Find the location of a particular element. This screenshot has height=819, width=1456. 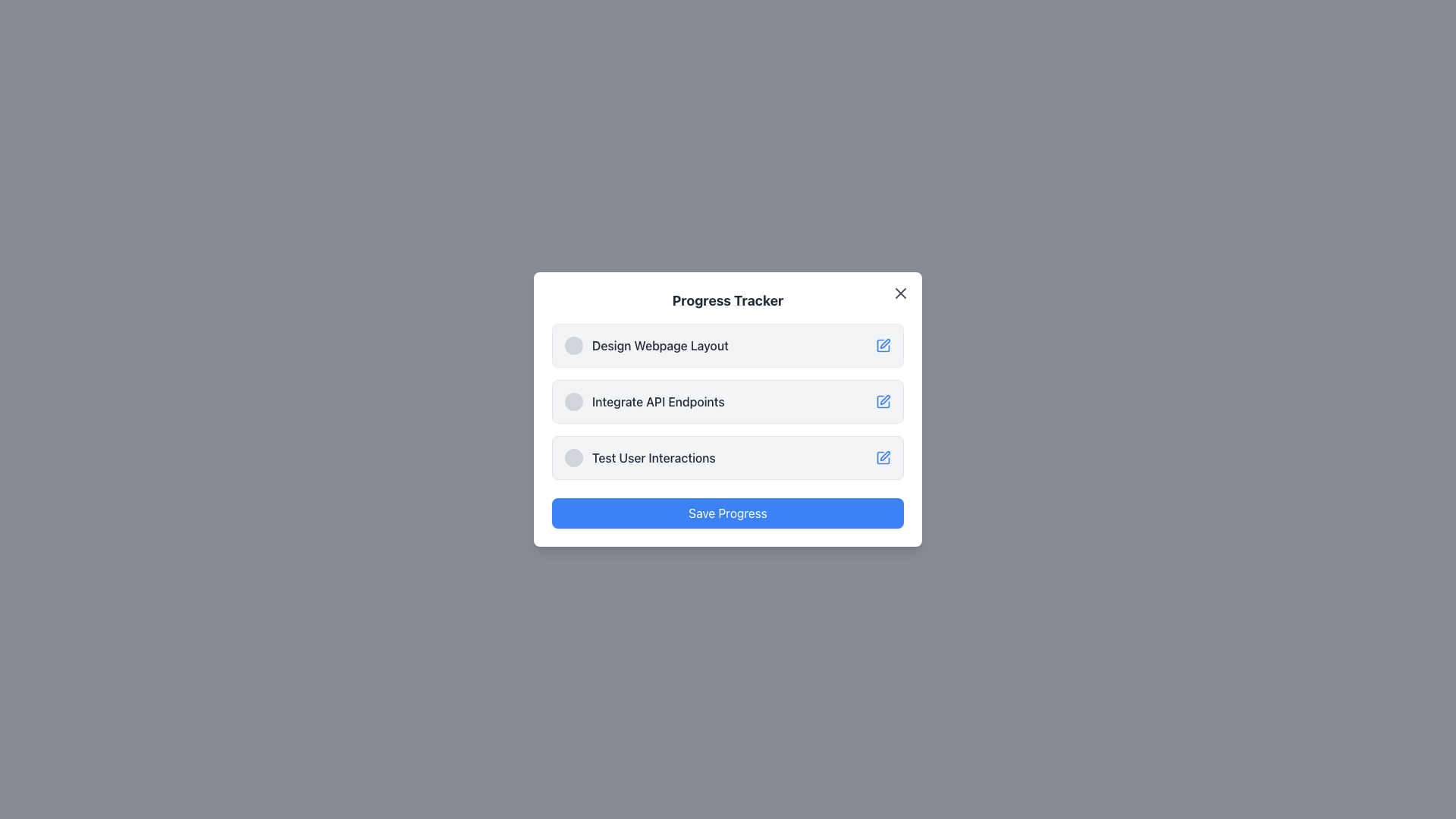

the third Text Label in the Progress Tracker panel, which provides context or information as part of a progress tracker interface is located at coordinates (640, 457).